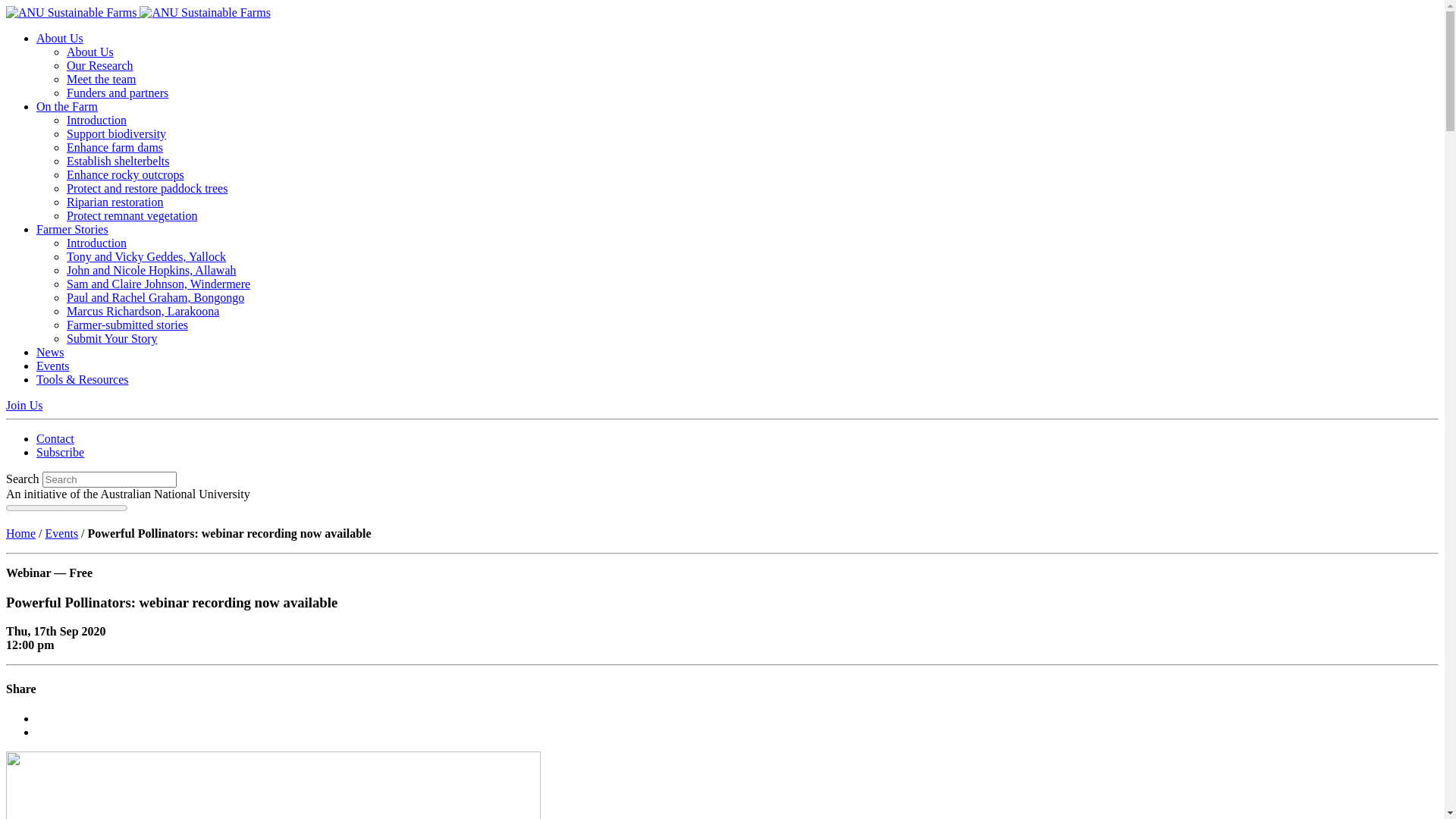 The image size is (1456, 819). I want to click on 'Introduction', so click(65, 119).